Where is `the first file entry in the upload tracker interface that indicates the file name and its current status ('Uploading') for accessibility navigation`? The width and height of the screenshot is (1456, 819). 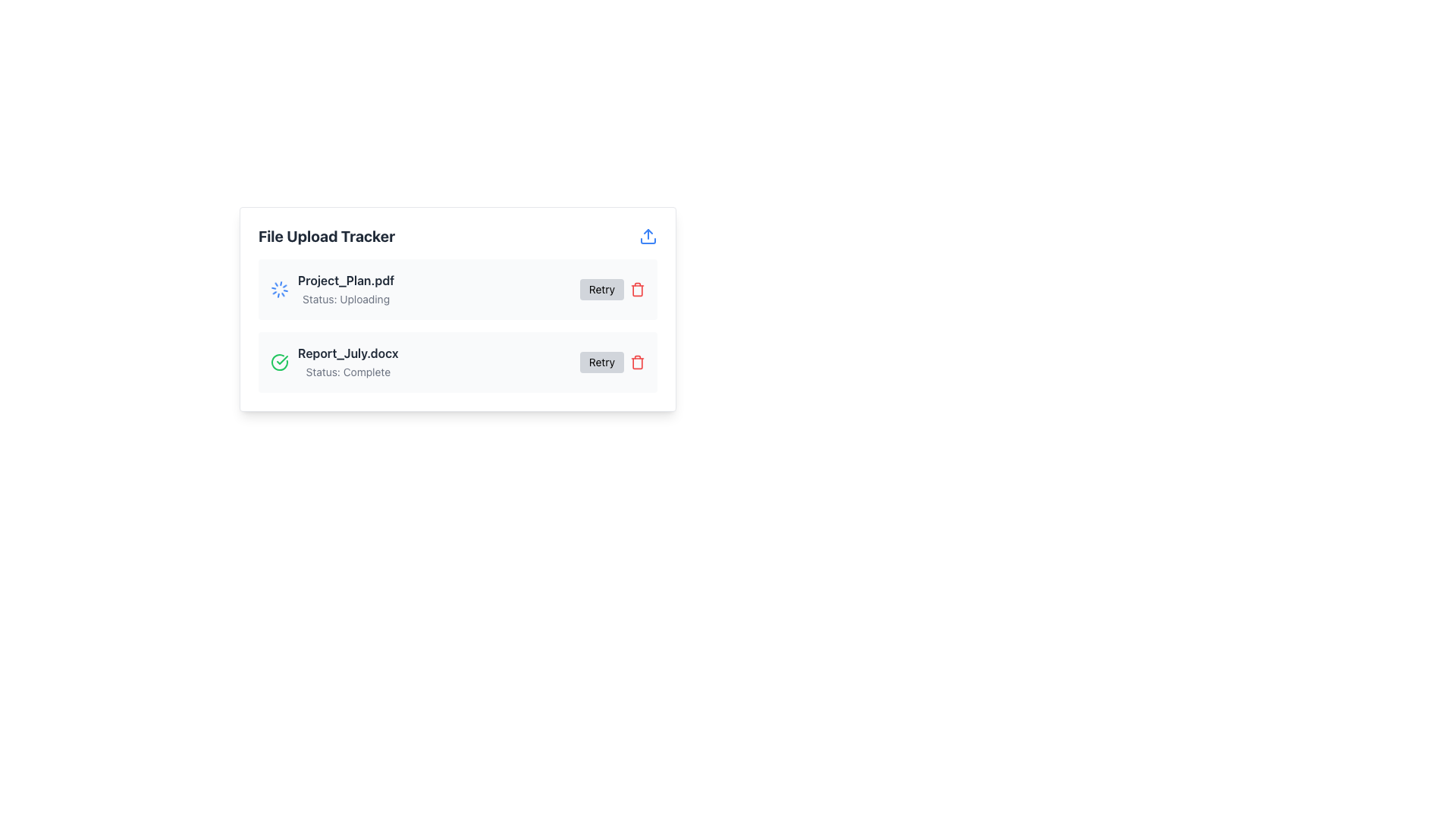 the first file entry in the upload tracker interface that indicates the file name and its current status ('Uploading') for accessibility navigation is located at coordinates (331, 289).